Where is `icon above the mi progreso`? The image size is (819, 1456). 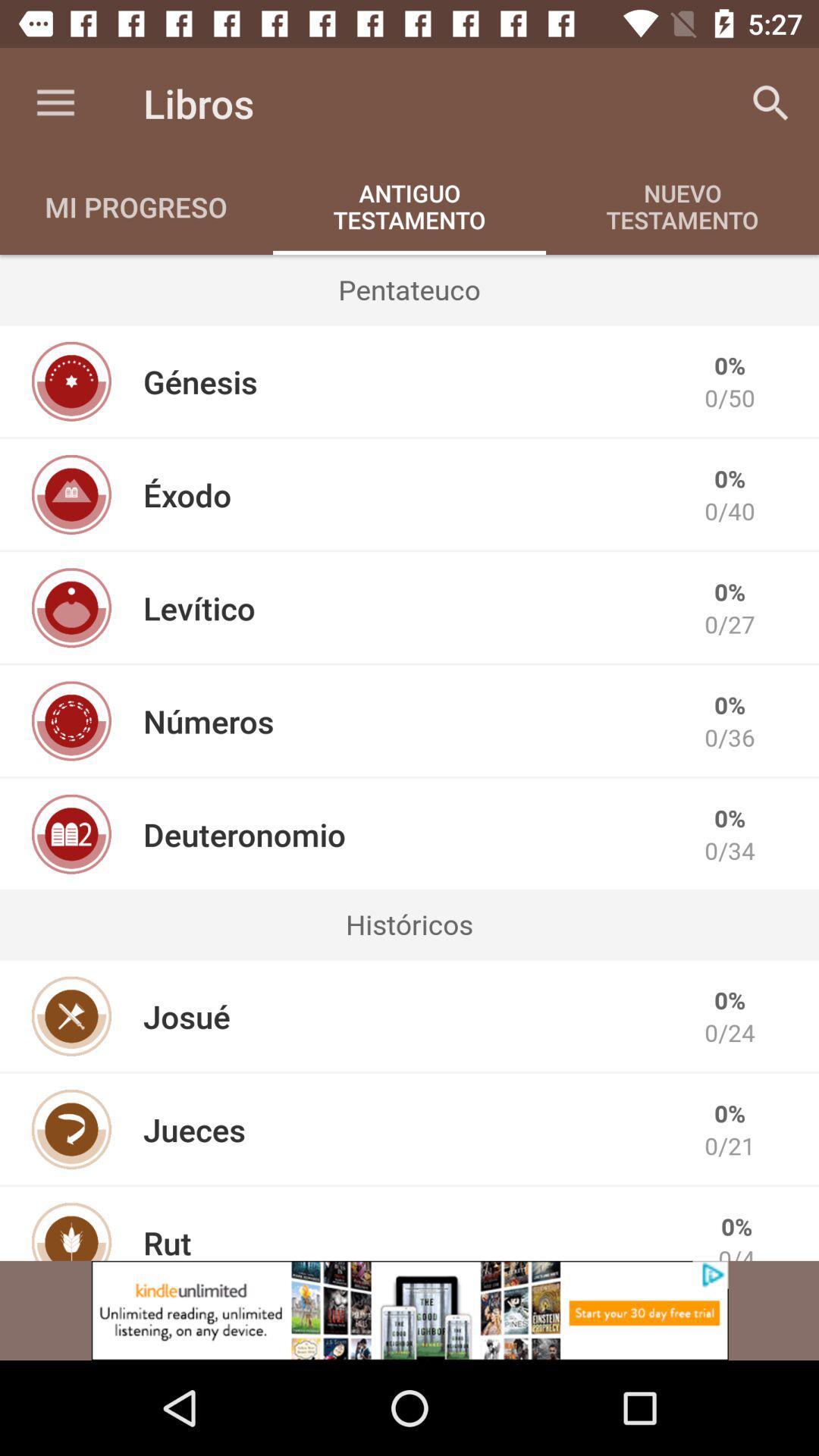
icon above the mi progreso is located at coordinates (55, 102).